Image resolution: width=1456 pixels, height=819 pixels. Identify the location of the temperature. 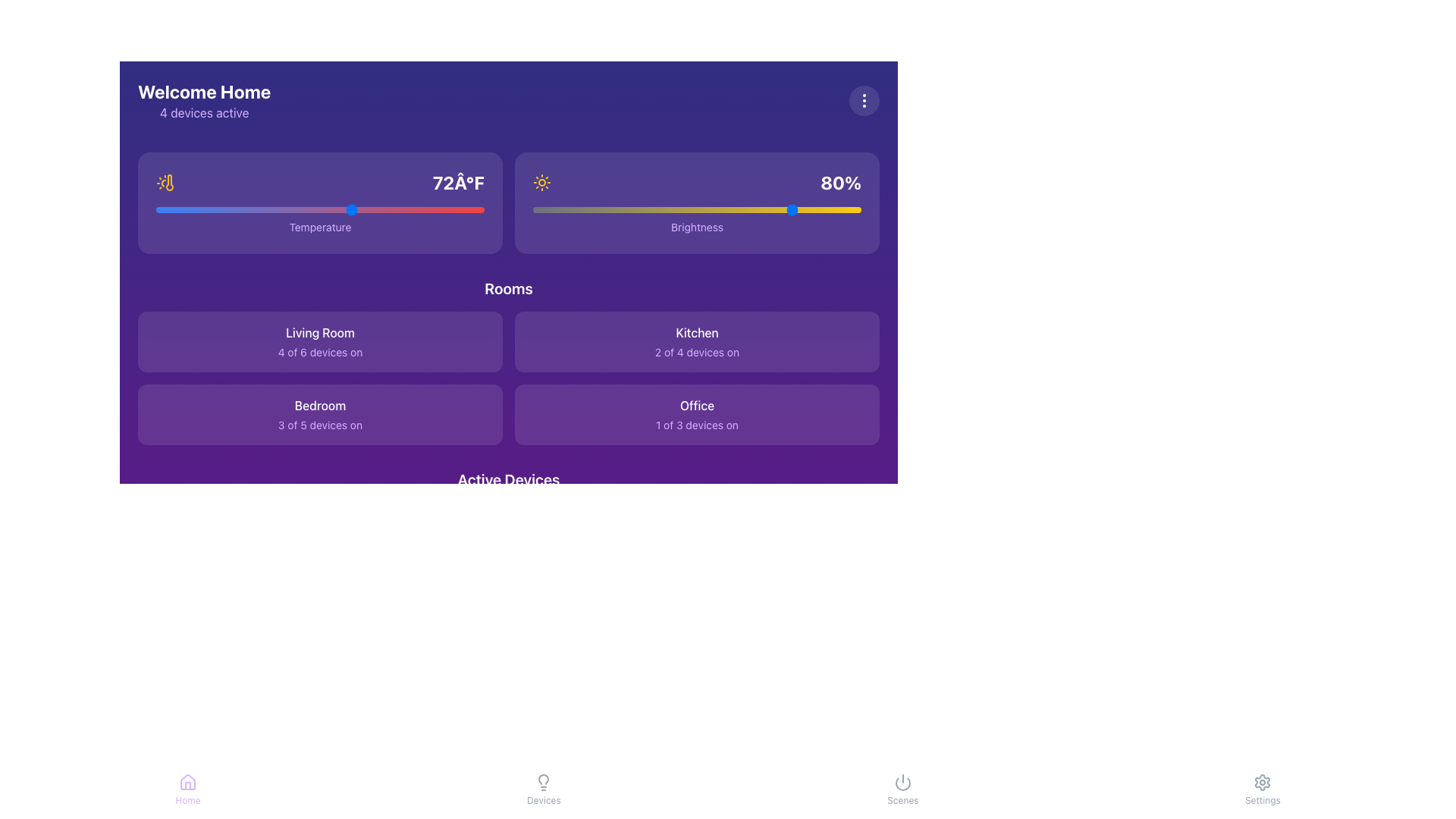
(204, 210).